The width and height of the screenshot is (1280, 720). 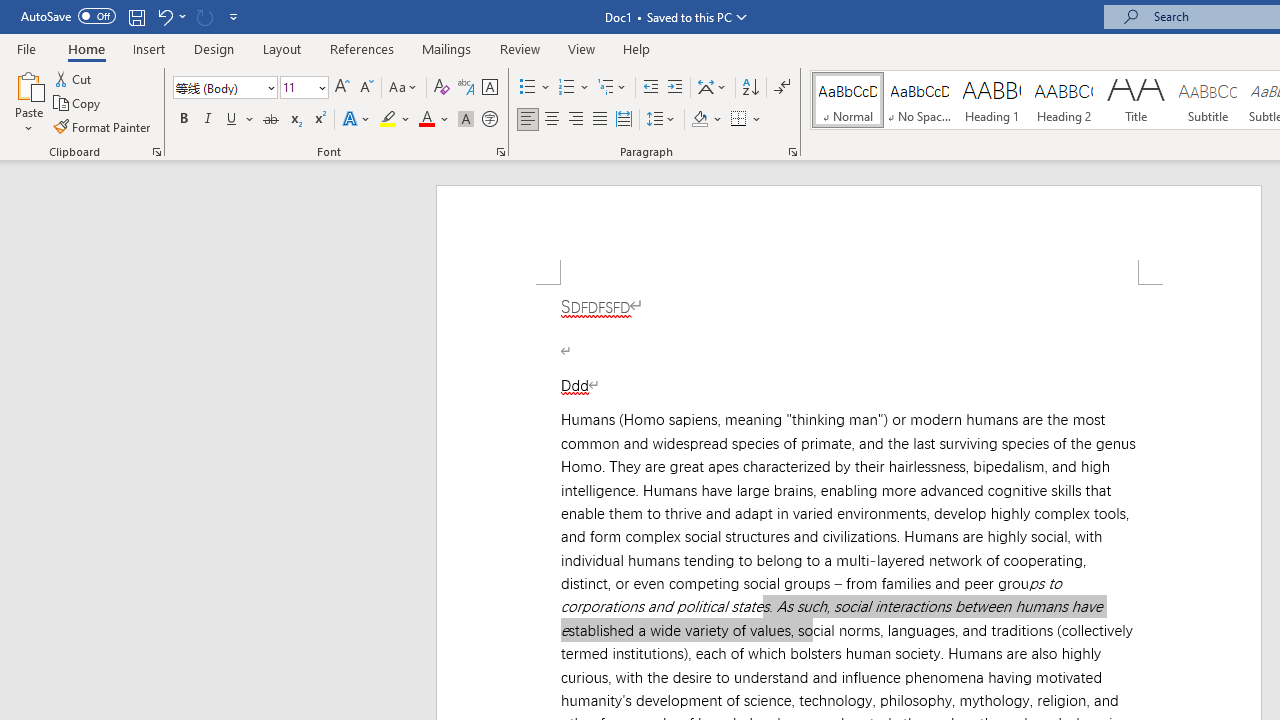 I want to click on 'Align Right', so click(x=575, y=119).